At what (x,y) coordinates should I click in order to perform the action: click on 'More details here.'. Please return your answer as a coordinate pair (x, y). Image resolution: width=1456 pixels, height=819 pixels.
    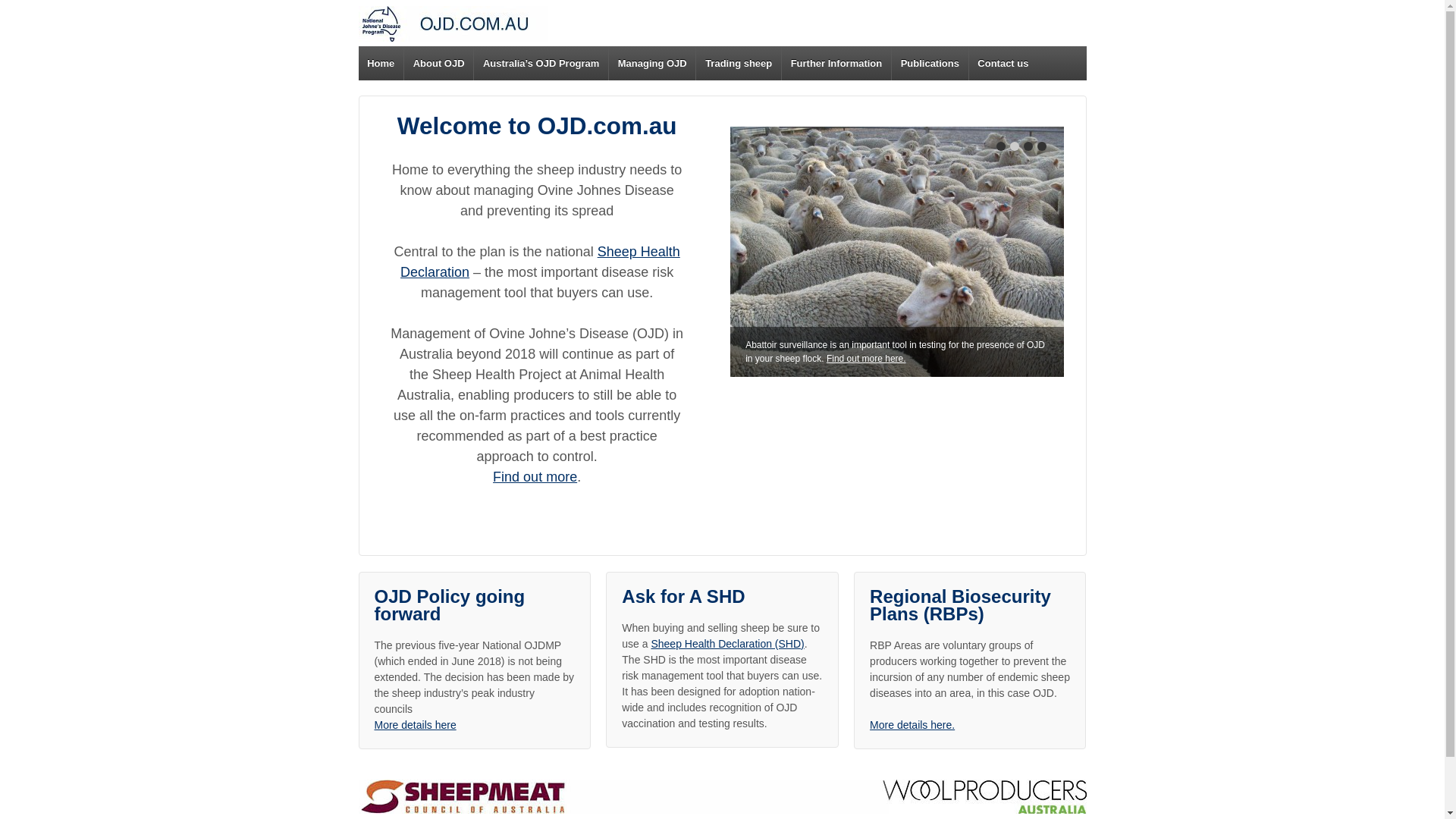
    Looking at the image, I should click on (912, 724).